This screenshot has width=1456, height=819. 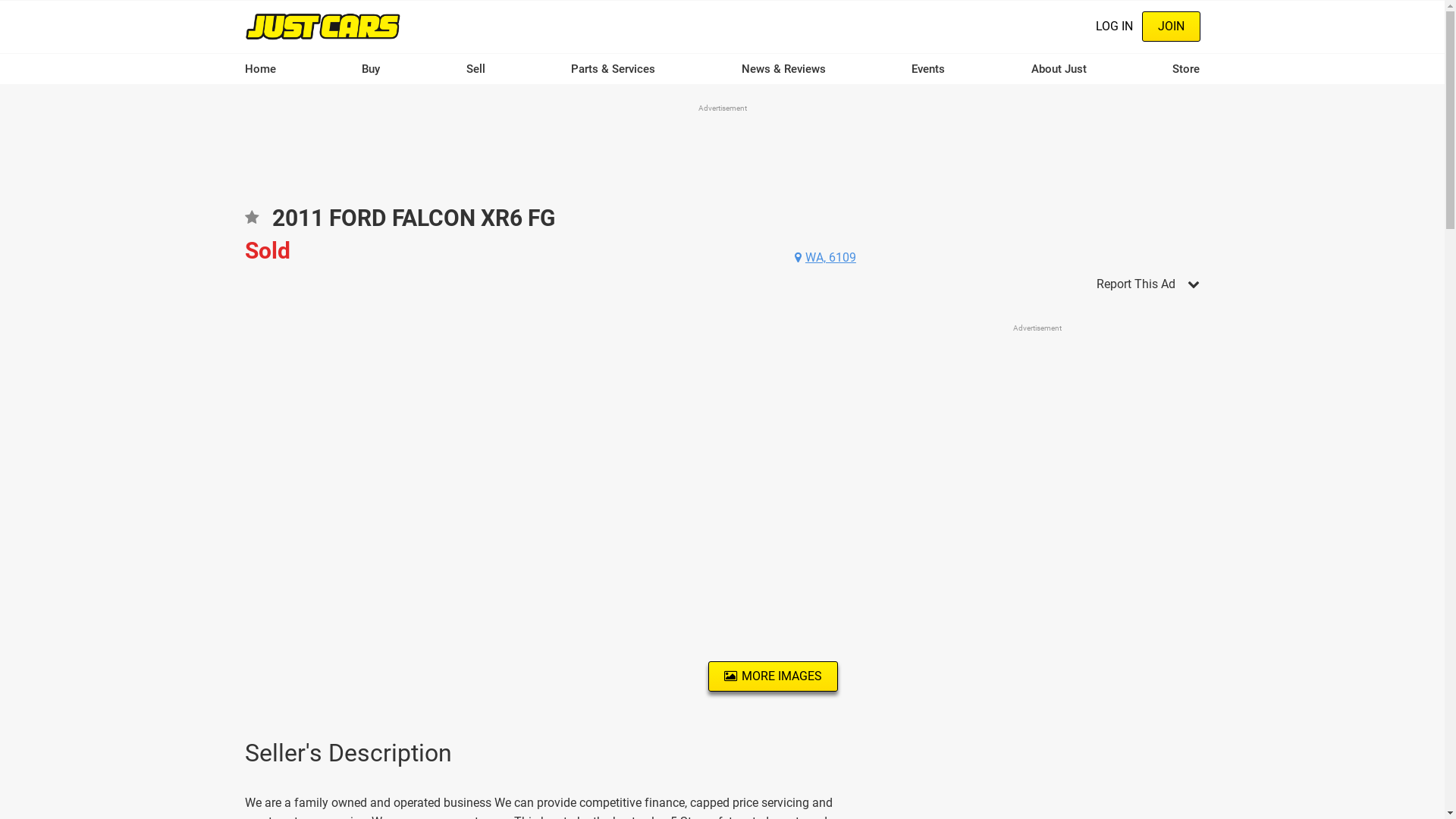 I want to click on 'Buy', so click(x=371, y=69).